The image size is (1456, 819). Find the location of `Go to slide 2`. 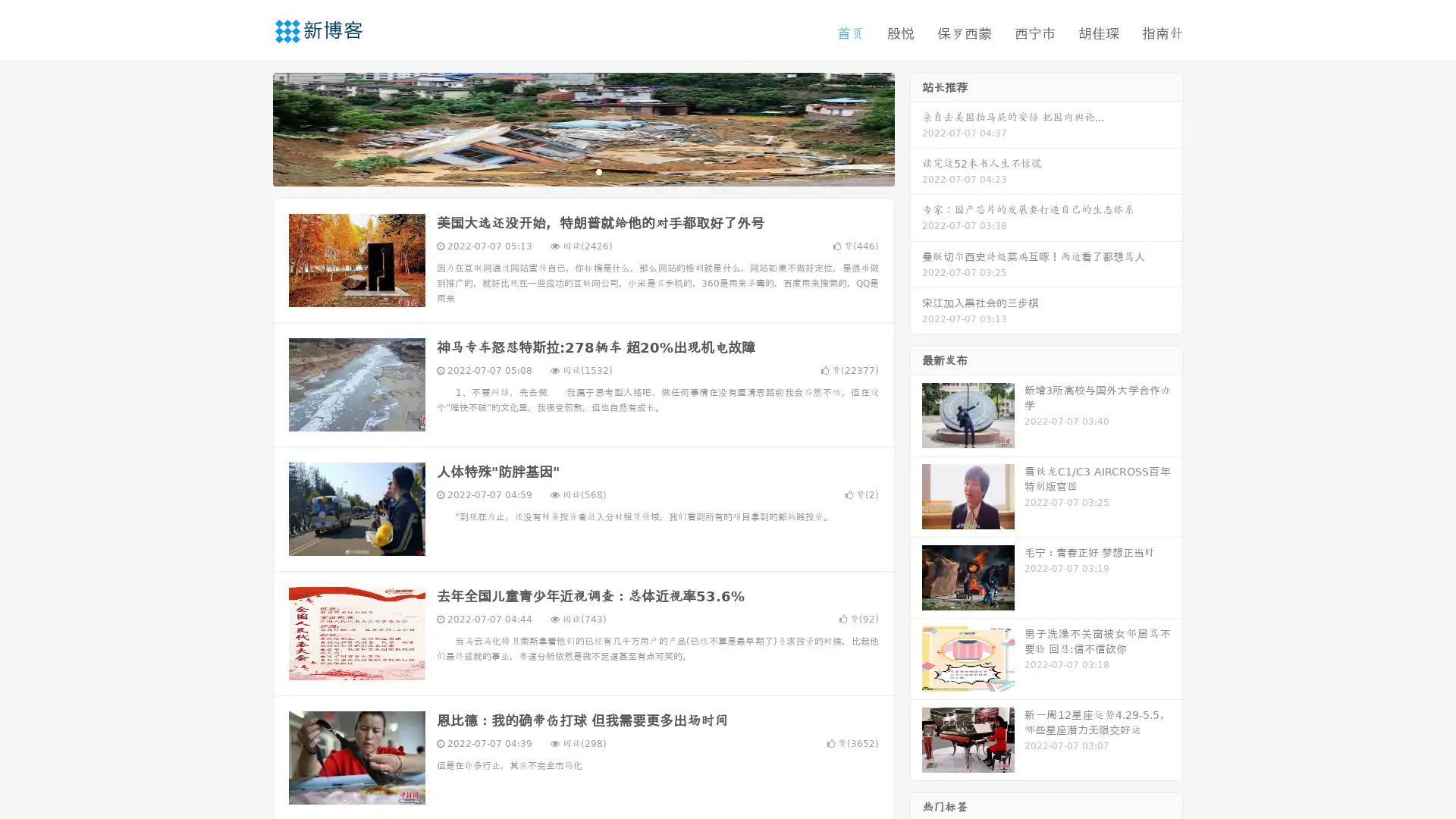

Go to slide 2 is located at coordinates (582, 171).